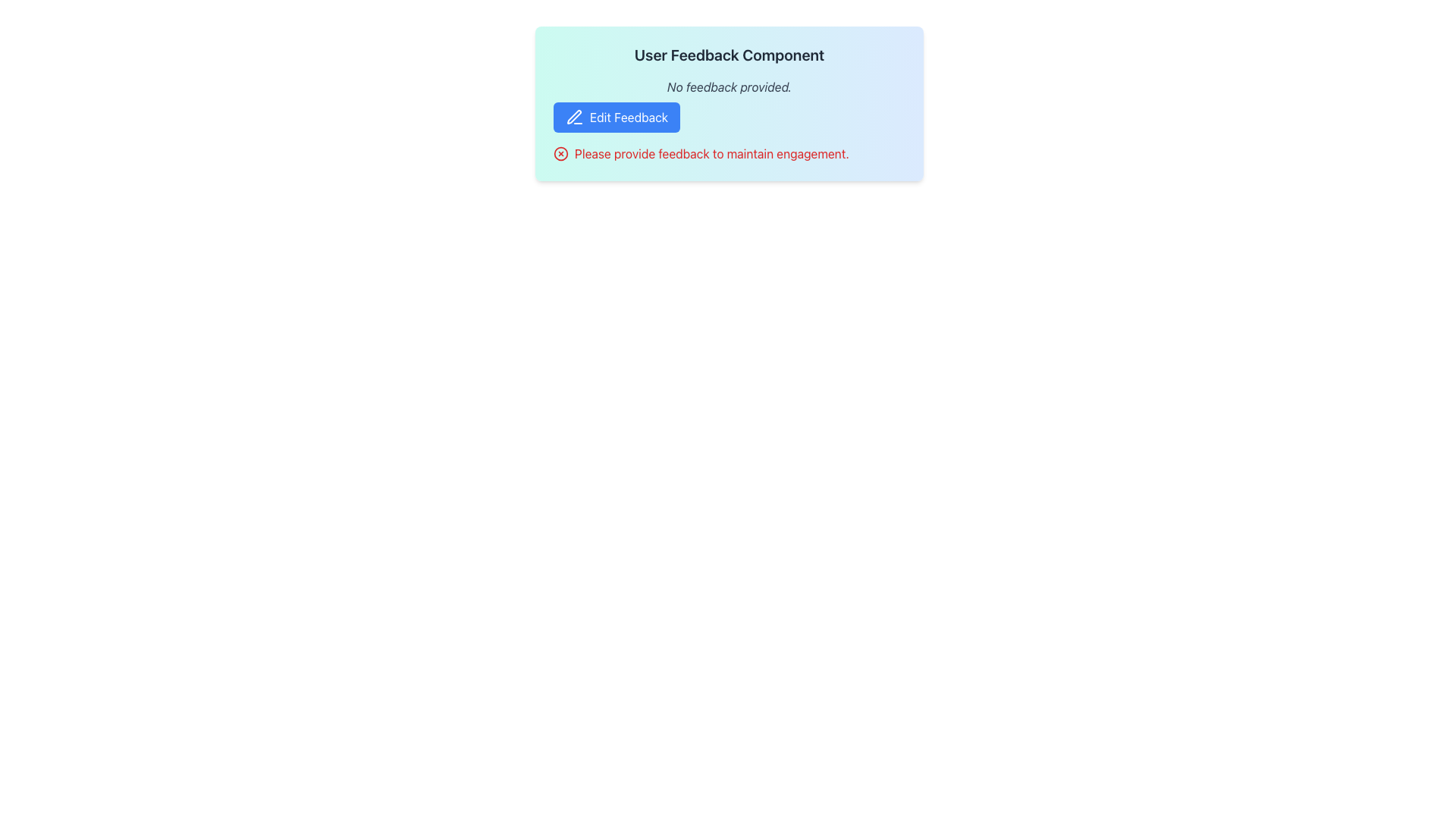 This screenshot has width=1456, height=819. What do you see at coordinates (711, 154) in the screenshot?
I see `the red text element that prompts the user for feedback, located at the bottom of a panel to the right of a circular icon with a cross` at bounding box center [711, 154].